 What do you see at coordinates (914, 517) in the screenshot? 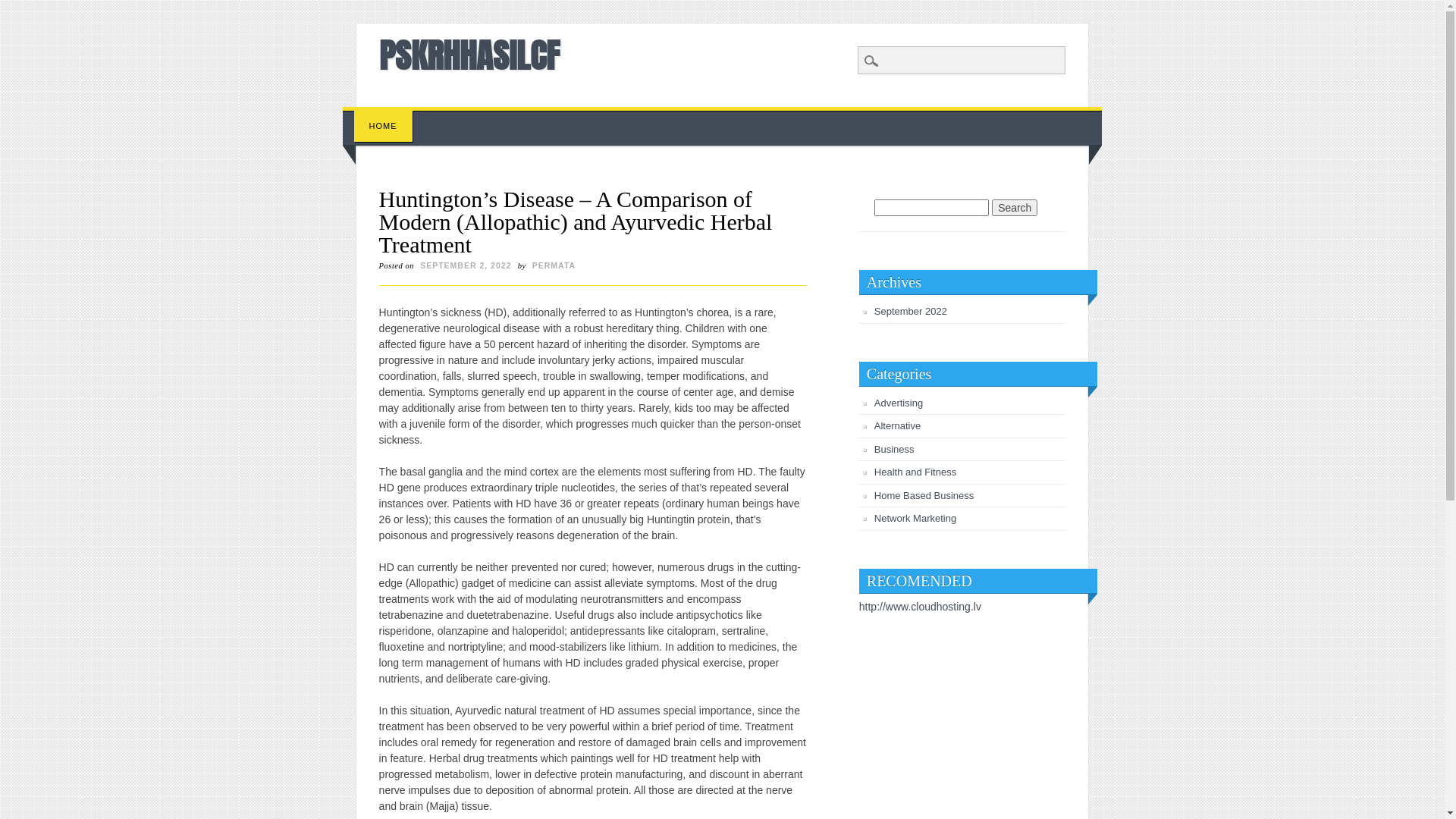
I see `'Network Marketing'` at bounding box center [914, 517].